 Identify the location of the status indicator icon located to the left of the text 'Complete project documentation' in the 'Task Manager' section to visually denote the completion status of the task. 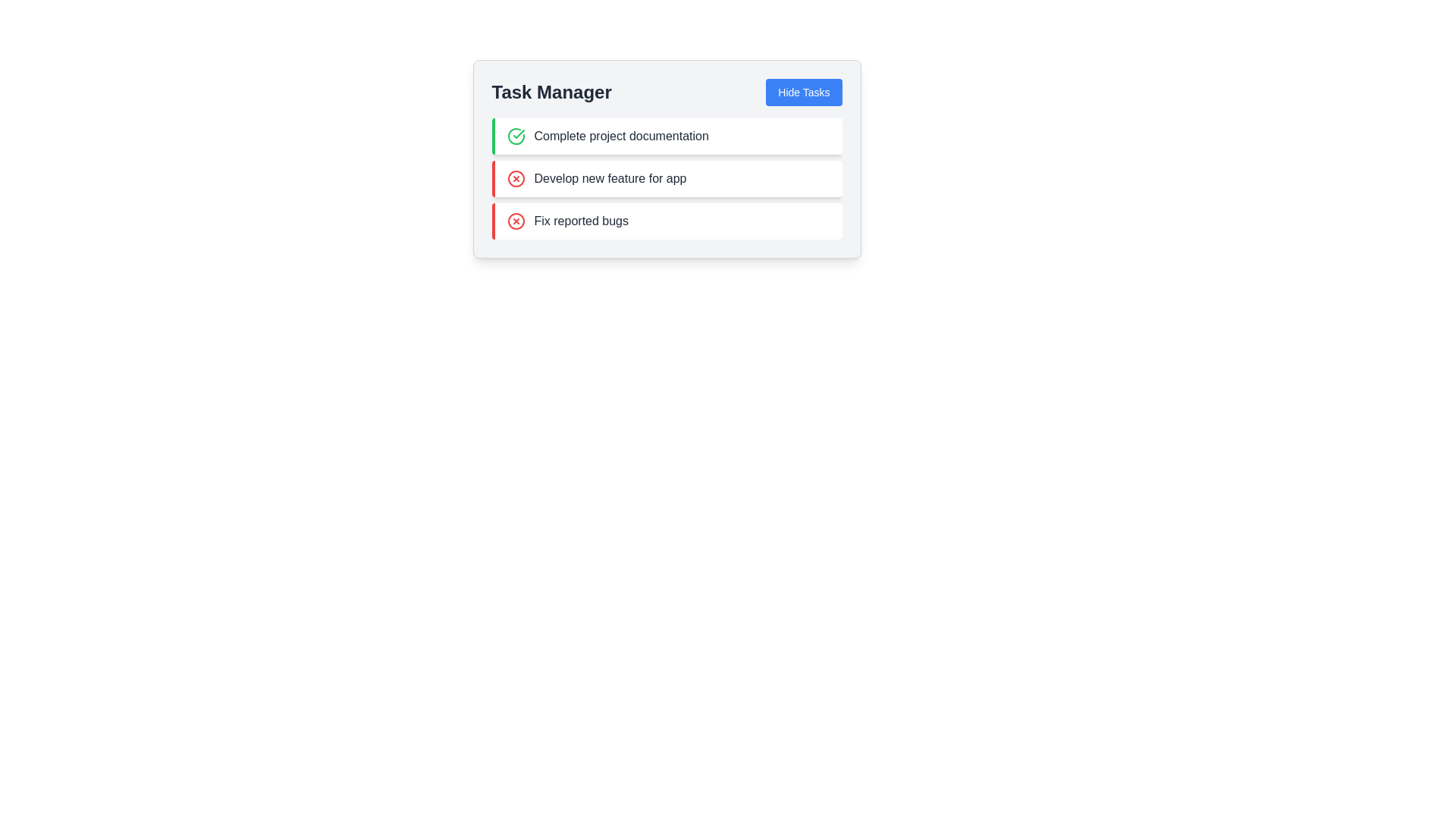
(516, 136).